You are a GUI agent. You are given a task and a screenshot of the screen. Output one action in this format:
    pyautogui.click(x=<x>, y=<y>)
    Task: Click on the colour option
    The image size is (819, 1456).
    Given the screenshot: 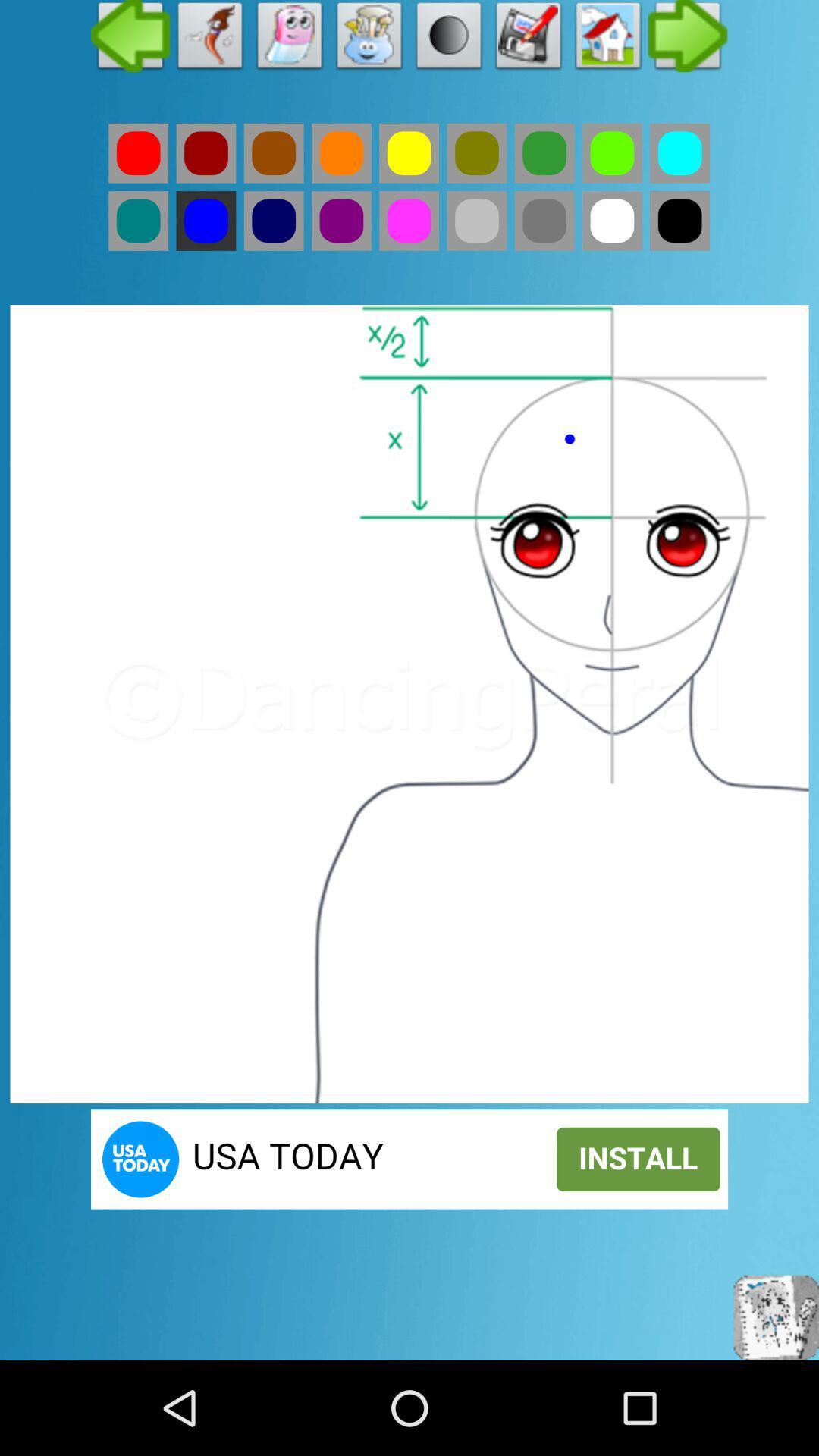 What is the action you would take?
    pyautogui.click(x=341, y=153)
    